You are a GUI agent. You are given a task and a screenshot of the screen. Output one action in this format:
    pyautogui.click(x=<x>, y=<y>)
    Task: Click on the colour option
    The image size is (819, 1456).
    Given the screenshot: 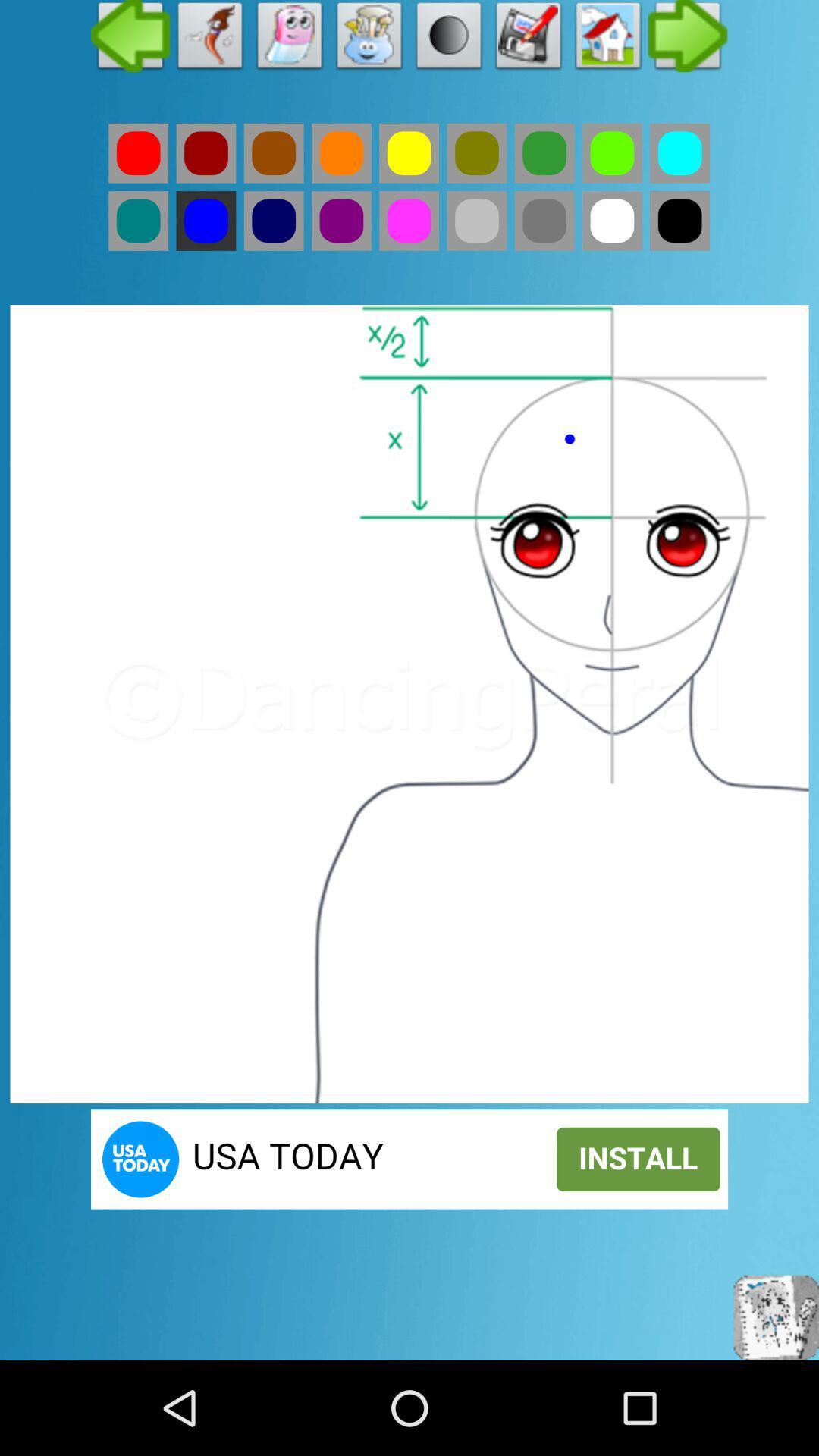 What is the action you would take?
    pyautogui.click(x=341, y=153)
    